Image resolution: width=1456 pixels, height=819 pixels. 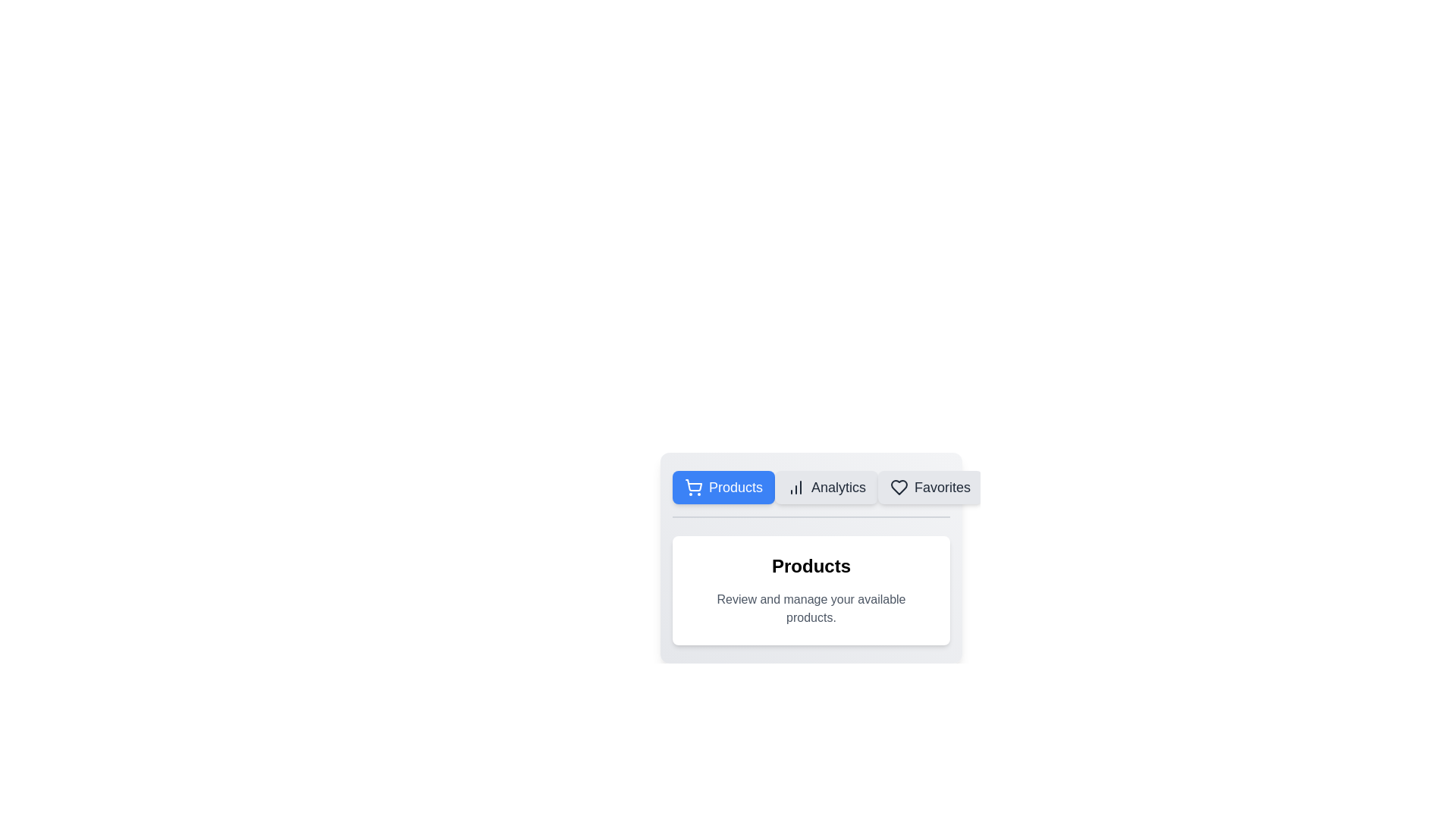 I want to click on the heart icon representing the 'Favorites' functionality located in the horizontal navigation menu, adjacent to the 'Favorites' text, so click(x=899, y=488).